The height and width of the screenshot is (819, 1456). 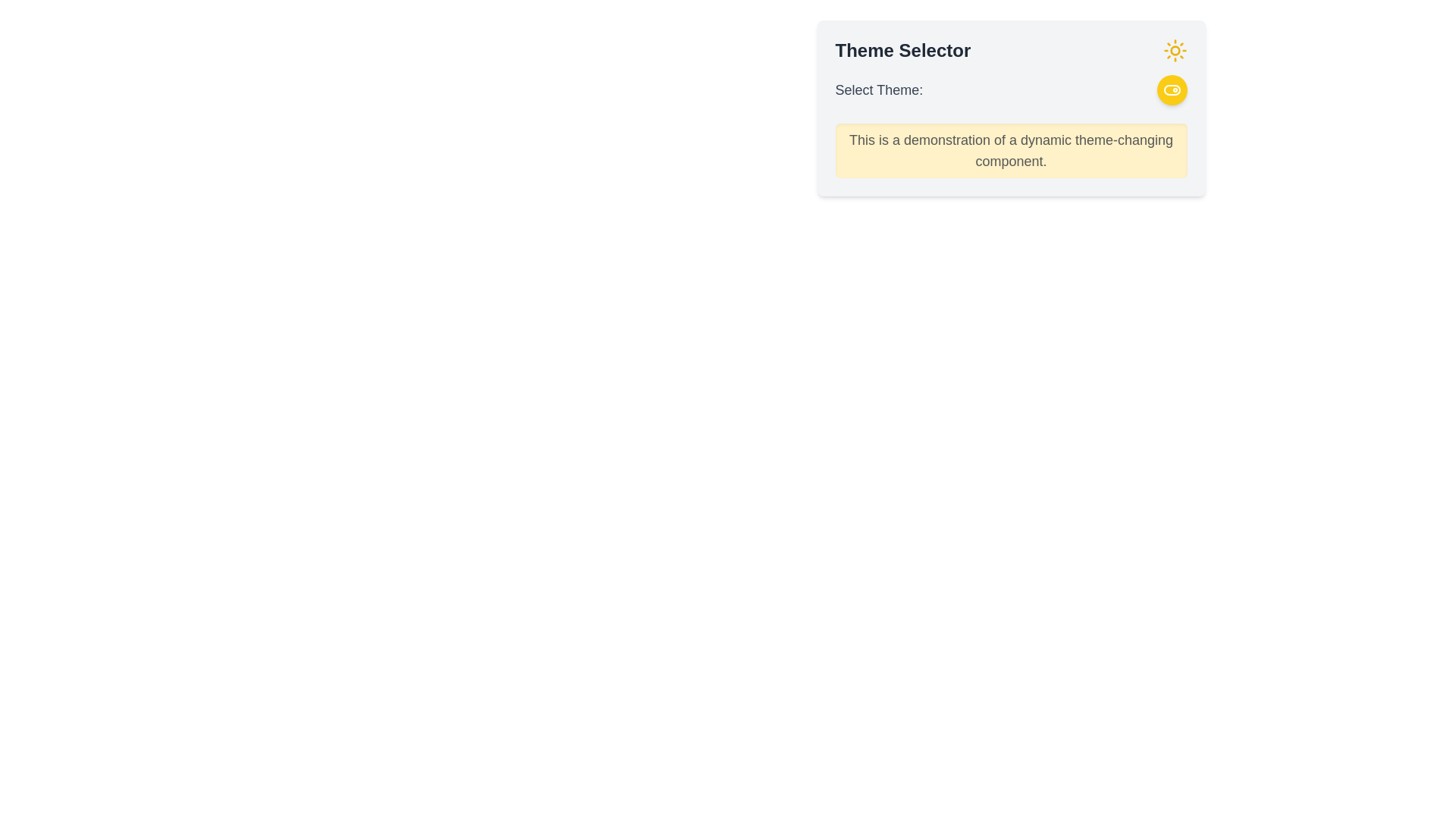 What do you see at coordinates (1011, 151) in the screenshot?
I see `the text display component that shows the content 'This is a demonstration of a dynamic theme-changing component.' with a large font size and dark gray color` at bounding box center [1011, 151].